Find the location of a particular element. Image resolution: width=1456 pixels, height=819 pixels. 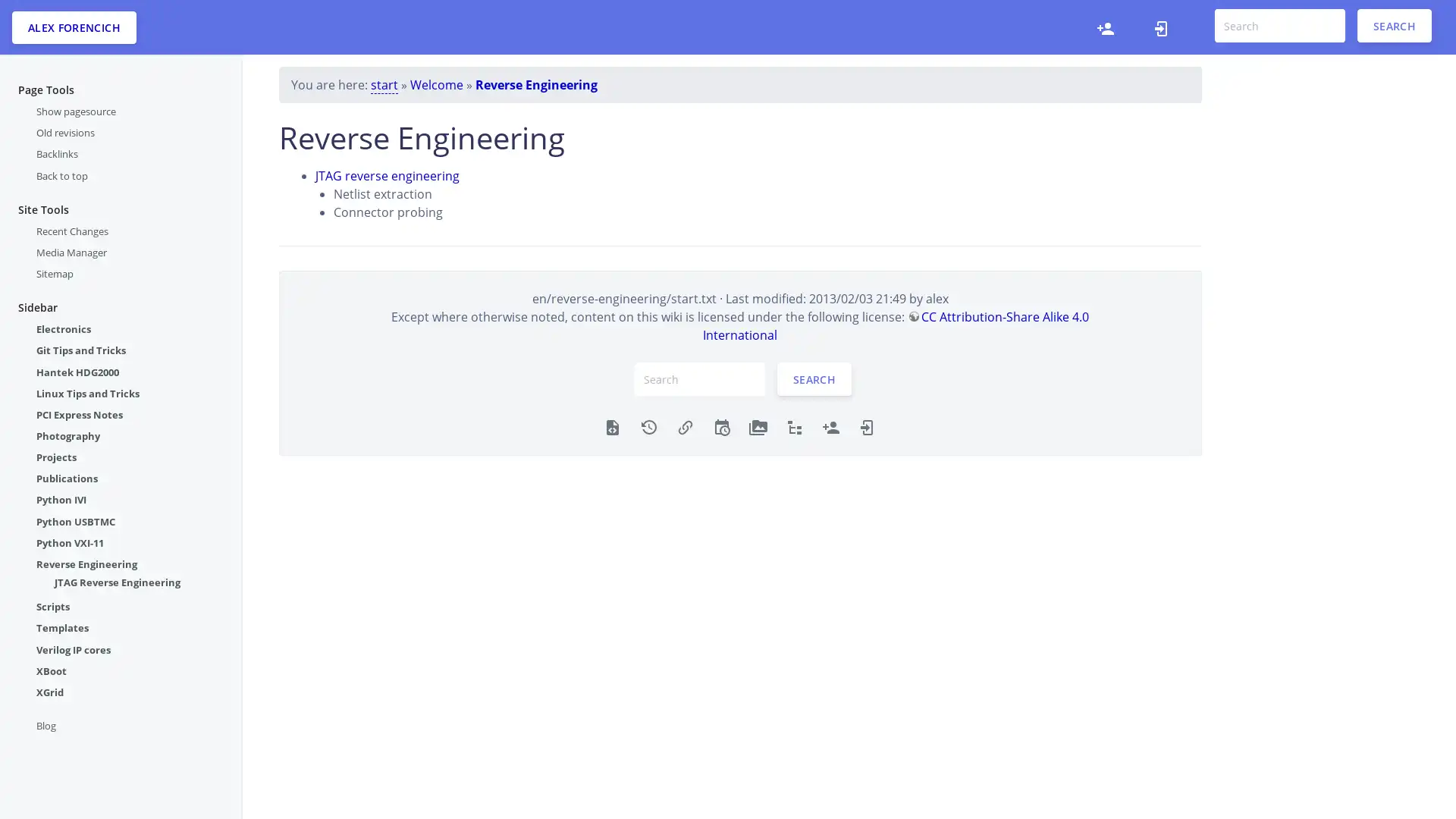

SEARCH is located at coordinates (814, 378).